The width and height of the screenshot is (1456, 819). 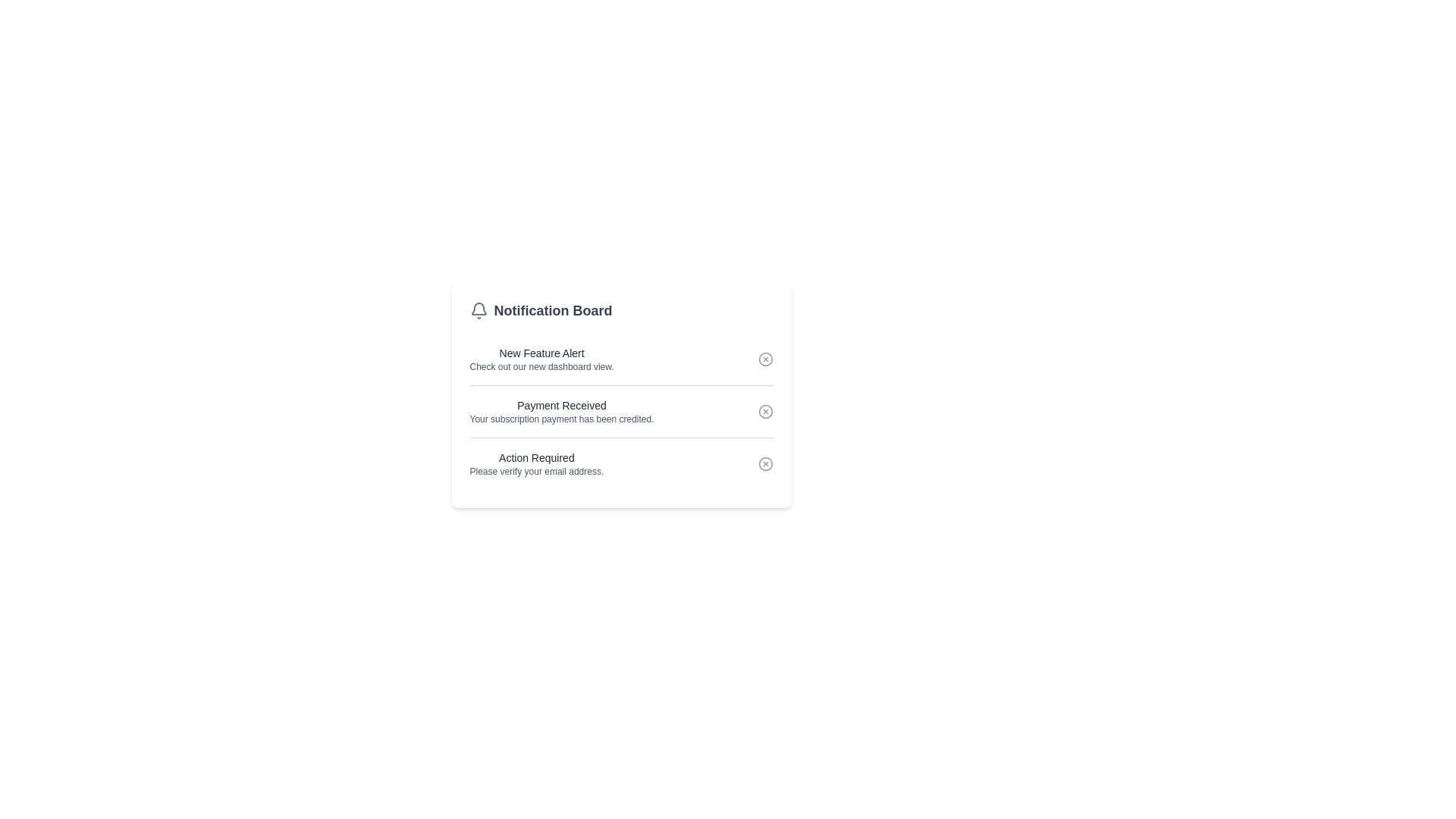 What do you see at coordinates (560, 405) in the screenshot?
I see `the title text of the notification message indicating acknowledgment of a payment, located within the 'Notification Board' card, positioned above the text 'Your subscription payment has been credited.'` at bounding box center [560, 405].